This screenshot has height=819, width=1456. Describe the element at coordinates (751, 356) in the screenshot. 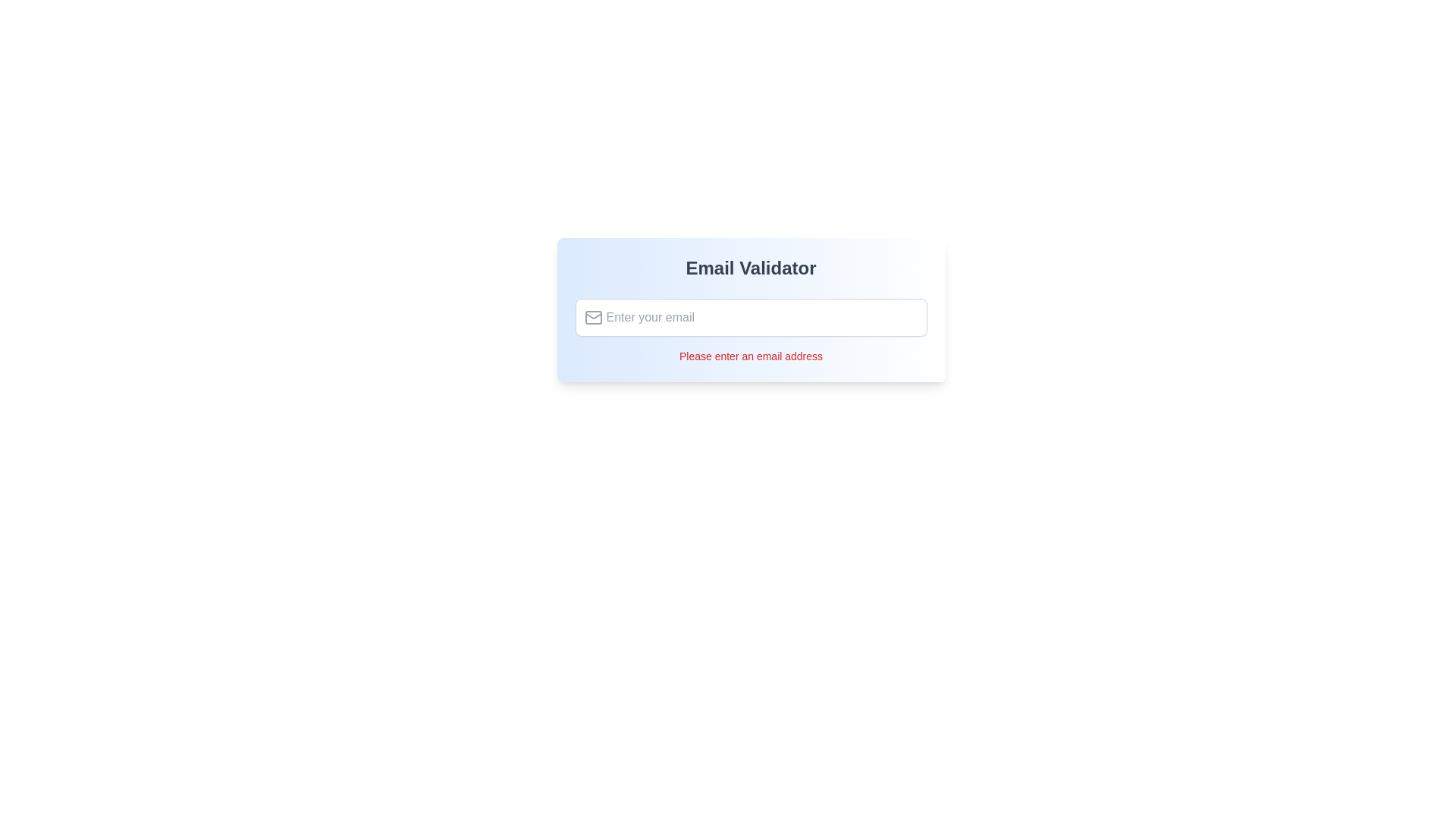

I see `the text label that says 'Please enter an email address.' which is styled in red and is located below the email input field` at that location.